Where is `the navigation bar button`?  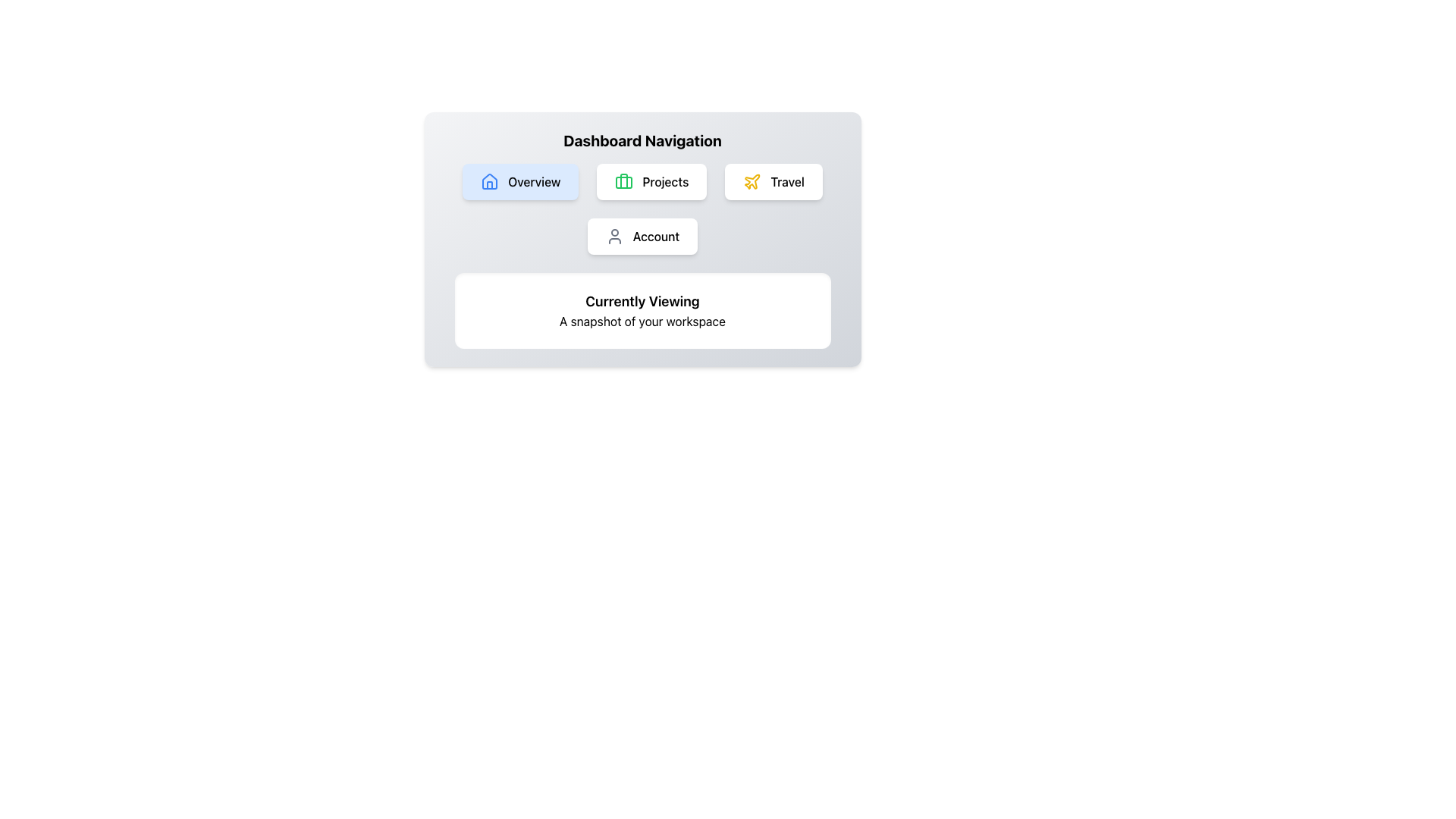
the navigation bar button is located at coordinates (642, 209).